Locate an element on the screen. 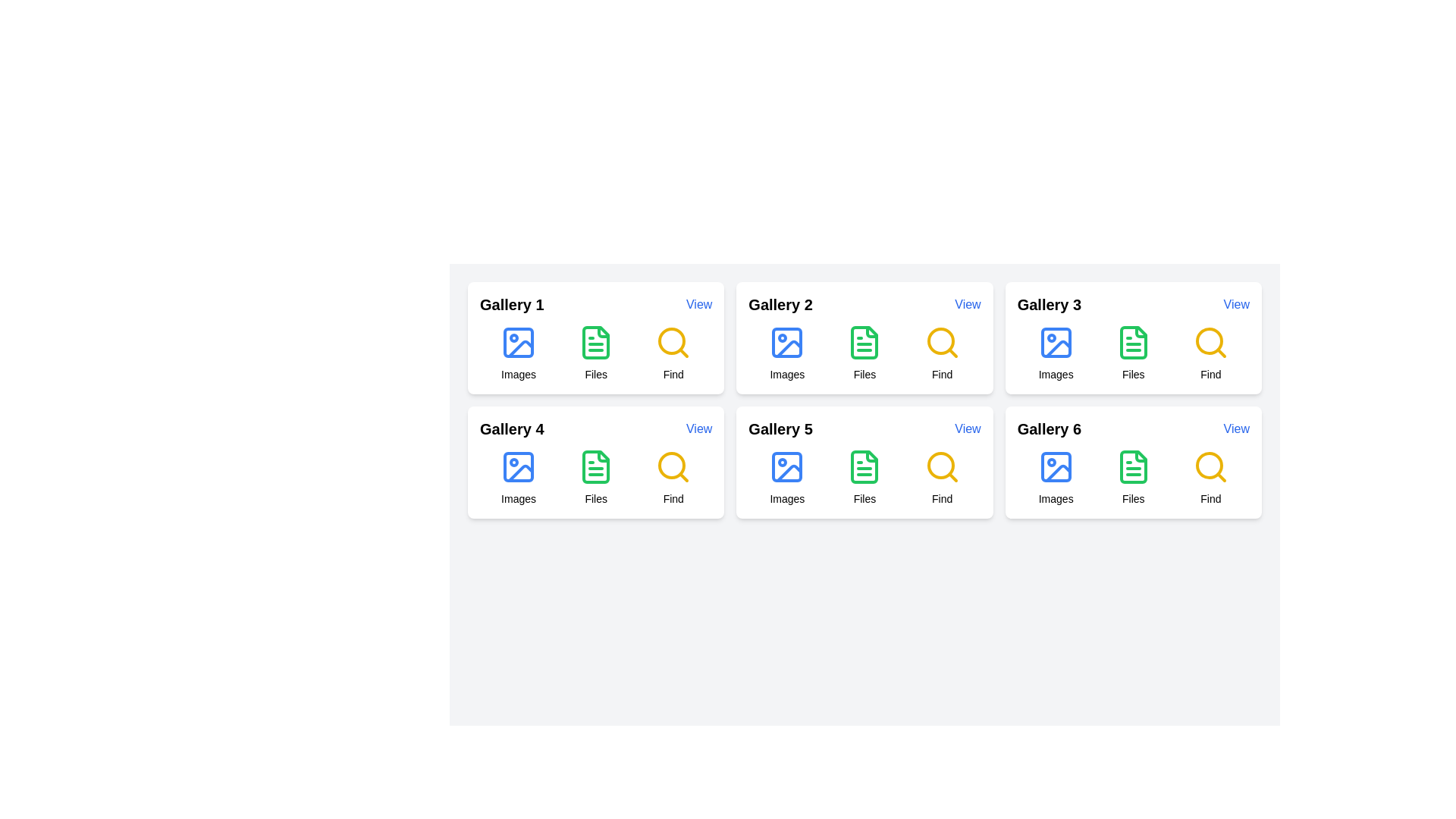 The image size is (1456, 819). the 'Files' Text label located in 'Gallery 2', which is positioned below a document SVG icon is located at coordinates (864, 374).